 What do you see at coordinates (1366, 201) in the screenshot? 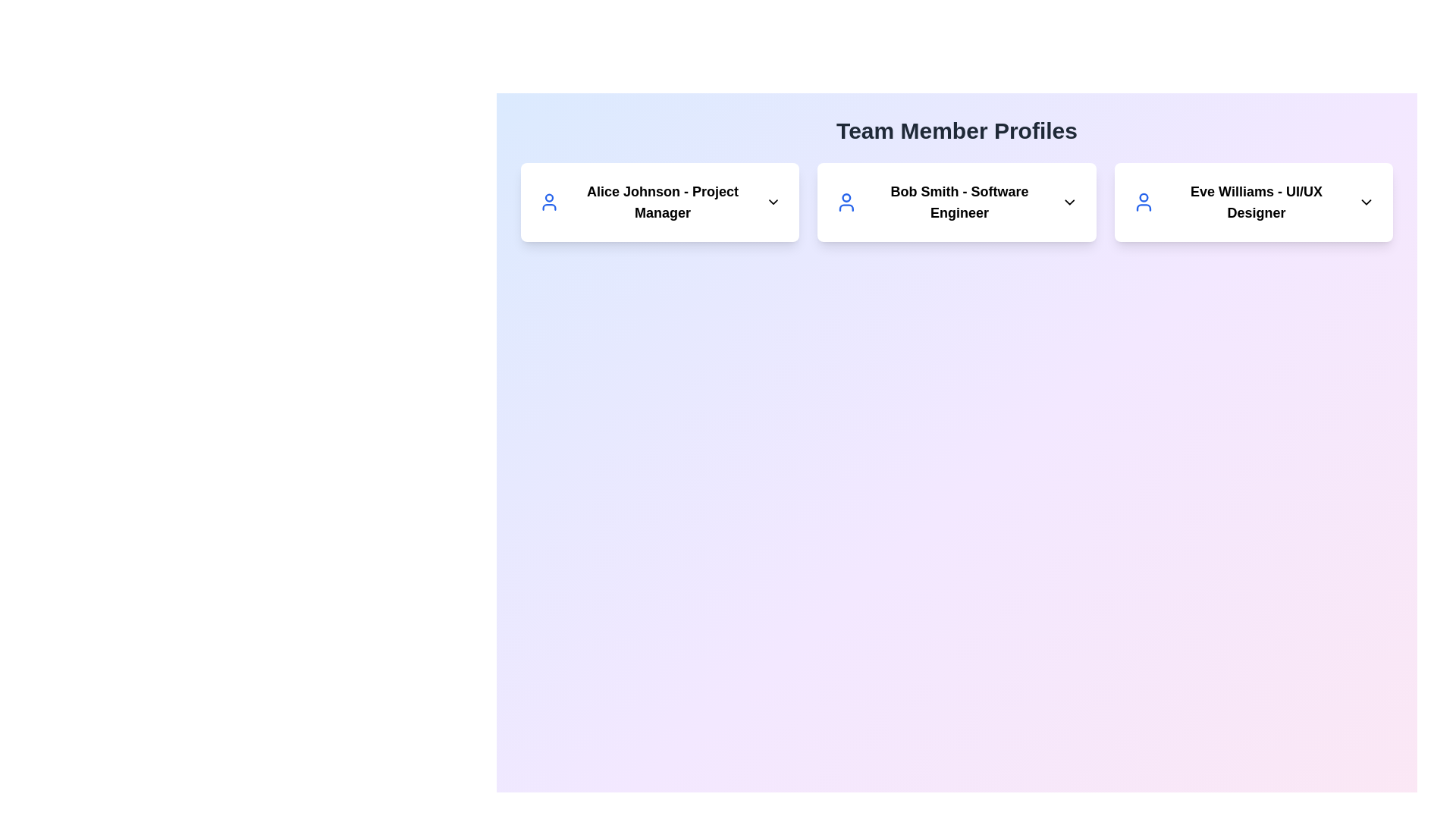
I see `the chevron icon next to 'Eve Williams - UI/UX Designer'` at bounding box center [1366, 201].